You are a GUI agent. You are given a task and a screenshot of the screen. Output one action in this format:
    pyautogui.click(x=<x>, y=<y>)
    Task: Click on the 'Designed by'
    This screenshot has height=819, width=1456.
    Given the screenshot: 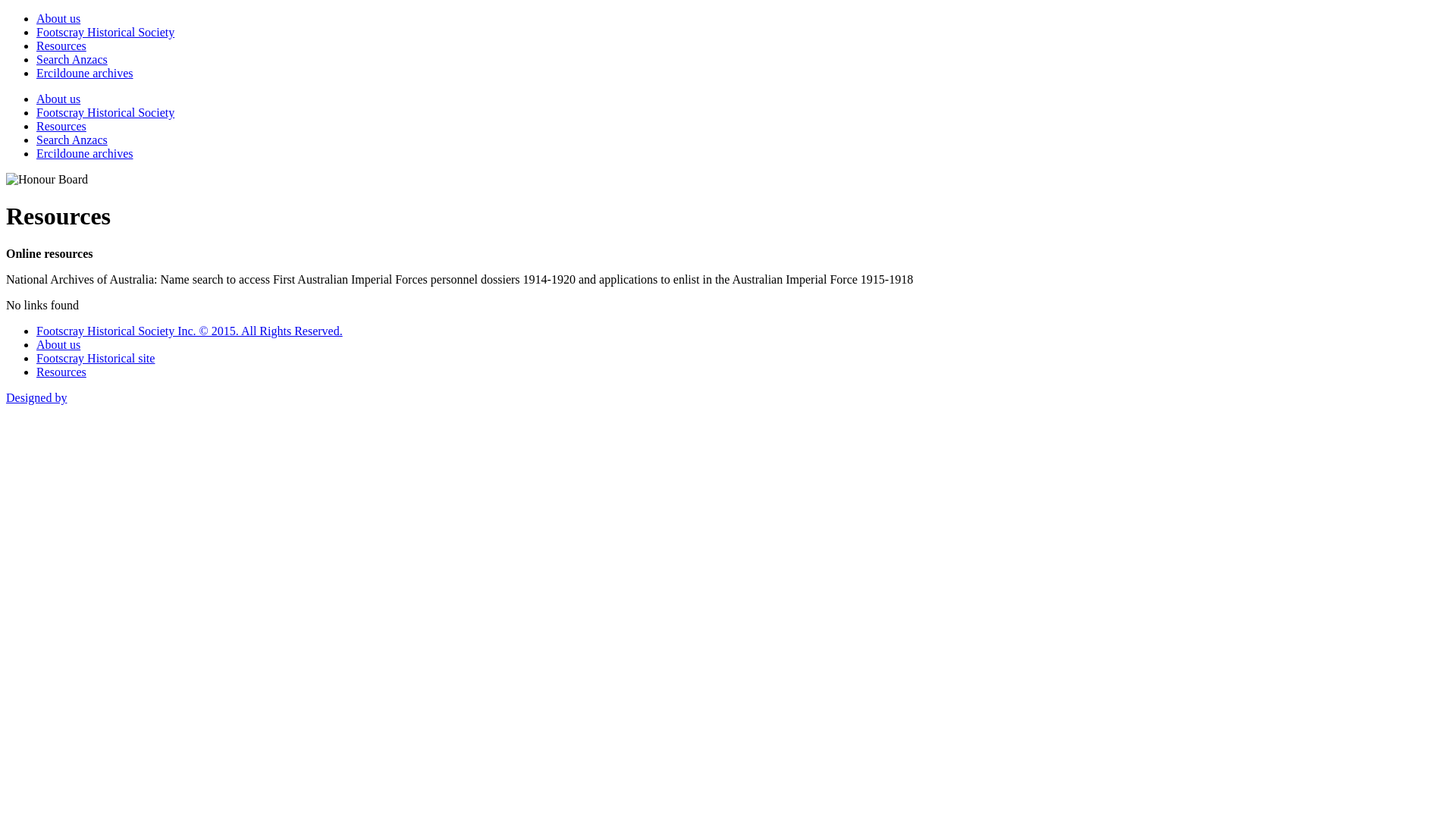 What is the action you would take?
    pyautogui.click(x=36, y=397)
    